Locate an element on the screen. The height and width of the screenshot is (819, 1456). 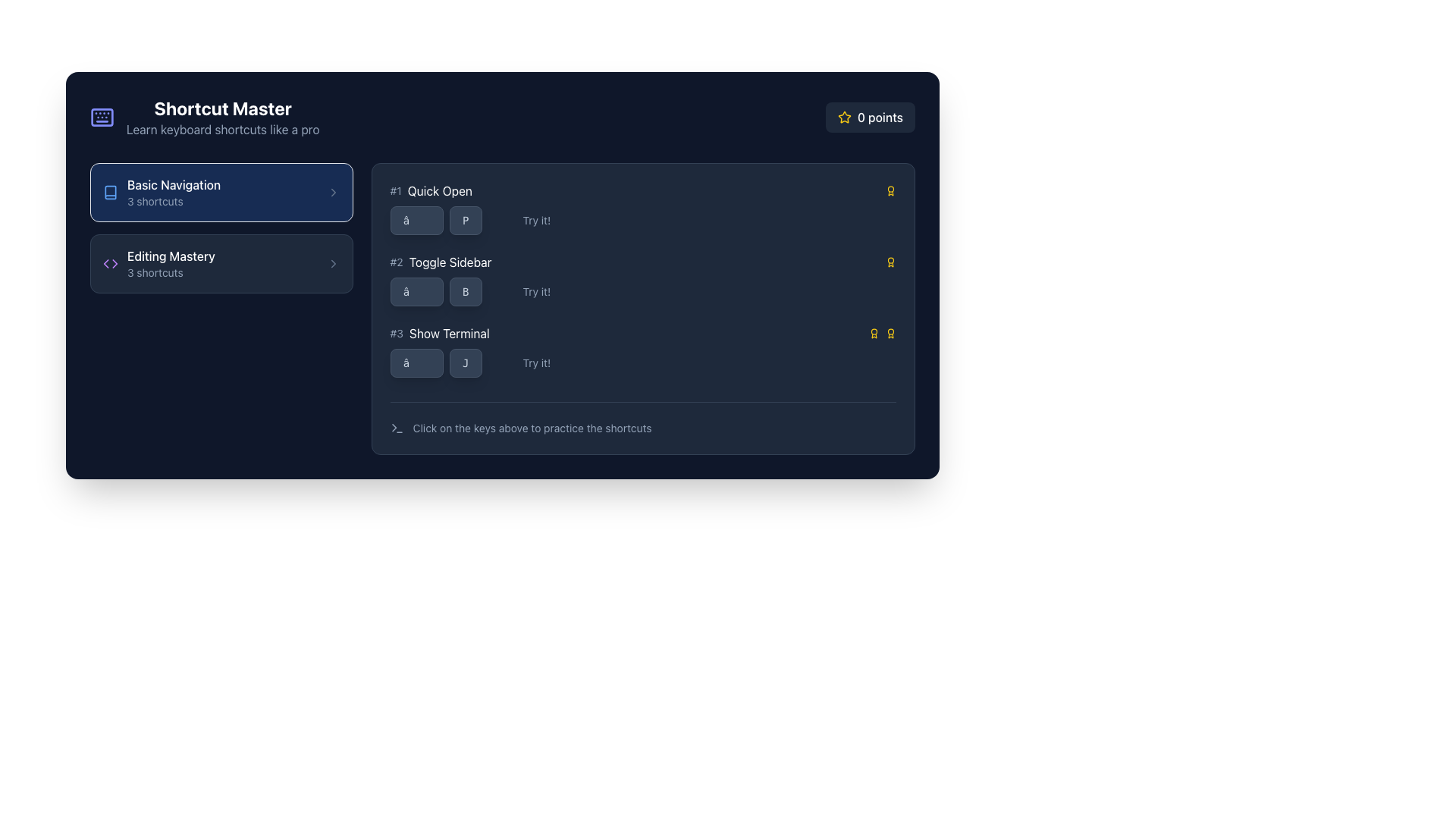
the text label element displaying '#2', which is styled with a grayish hue and positioned to the left of 'Toggle Sidebar' is located at coordinates (397, 262).